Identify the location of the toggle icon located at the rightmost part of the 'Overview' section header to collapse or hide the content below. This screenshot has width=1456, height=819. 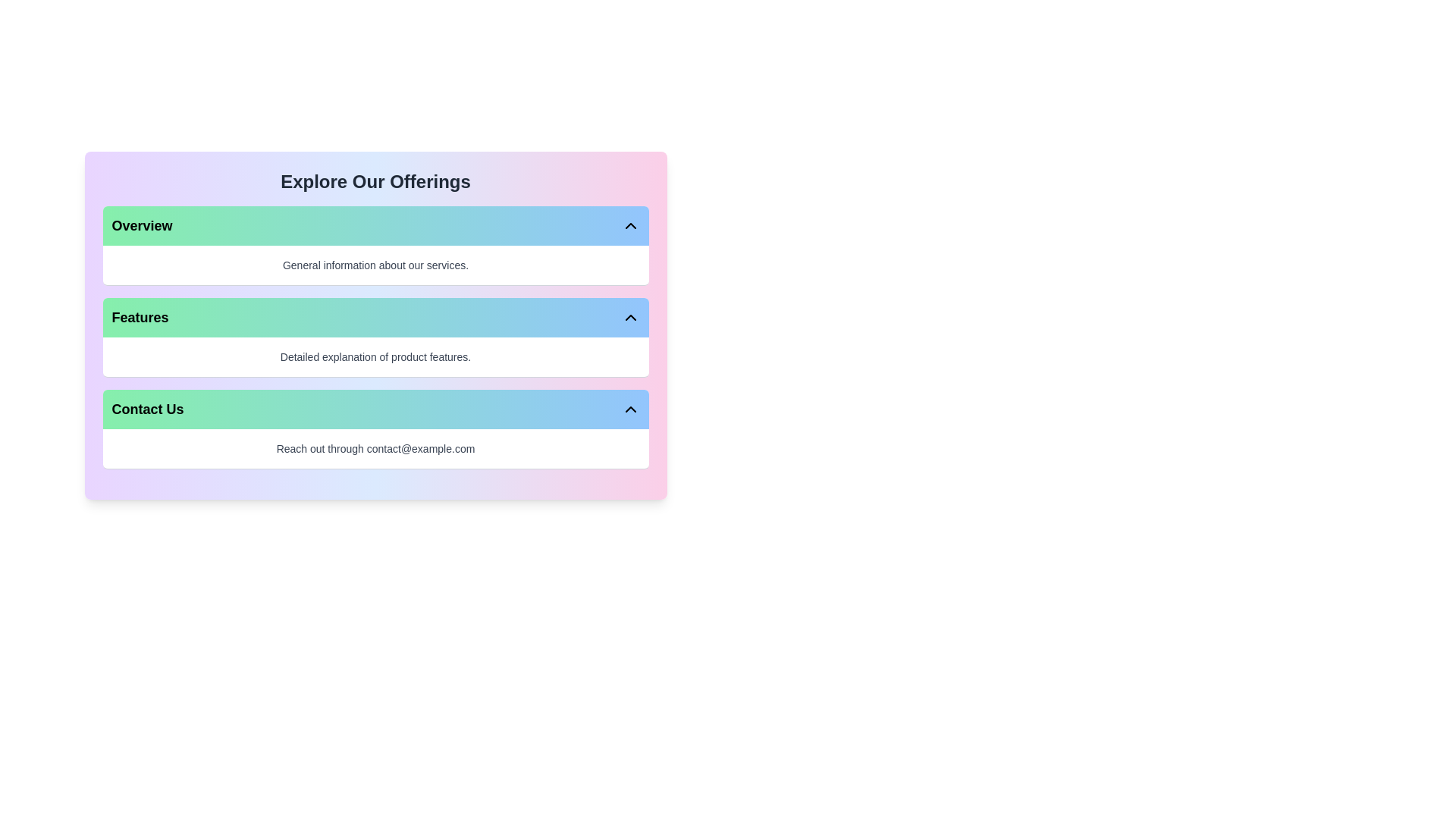
(630, 225).